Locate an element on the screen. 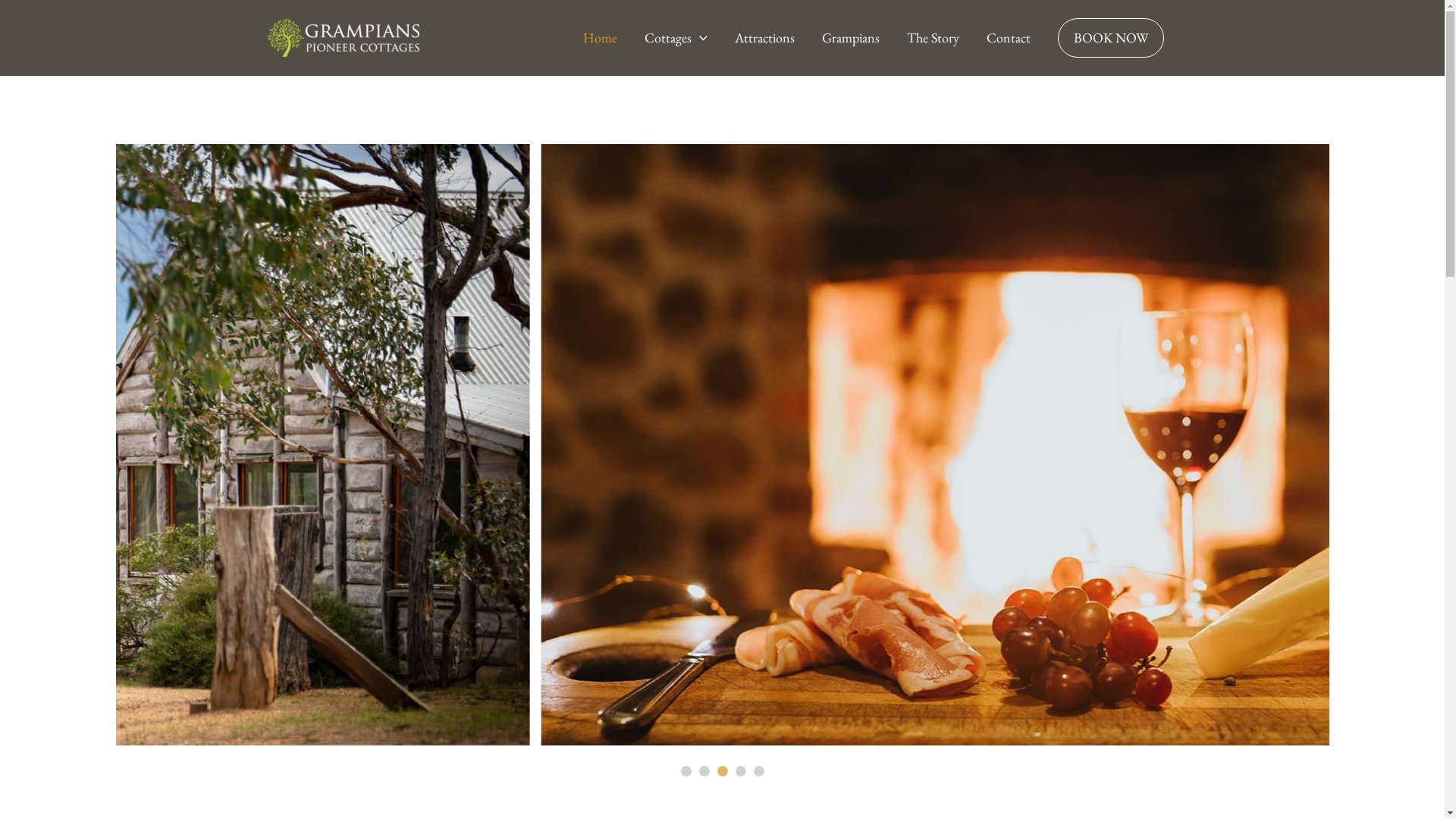 Image resolution: width=1456 pixels, height=819 pixels. 'The Story' is located at coordinates (932, 37).